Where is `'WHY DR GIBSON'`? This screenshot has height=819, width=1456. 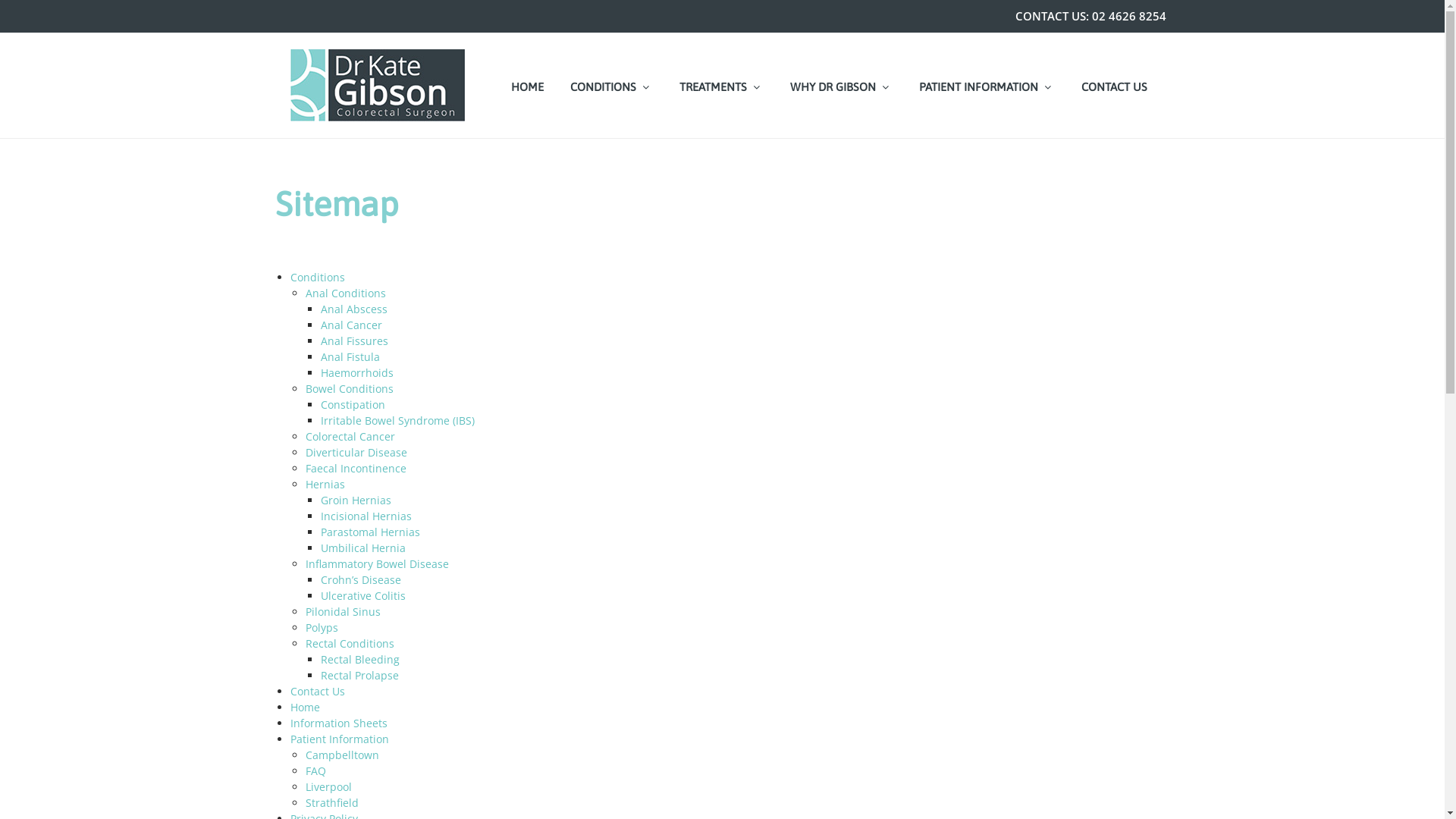
'WHY DR GIBSON' is located at coordinates (783, 85).